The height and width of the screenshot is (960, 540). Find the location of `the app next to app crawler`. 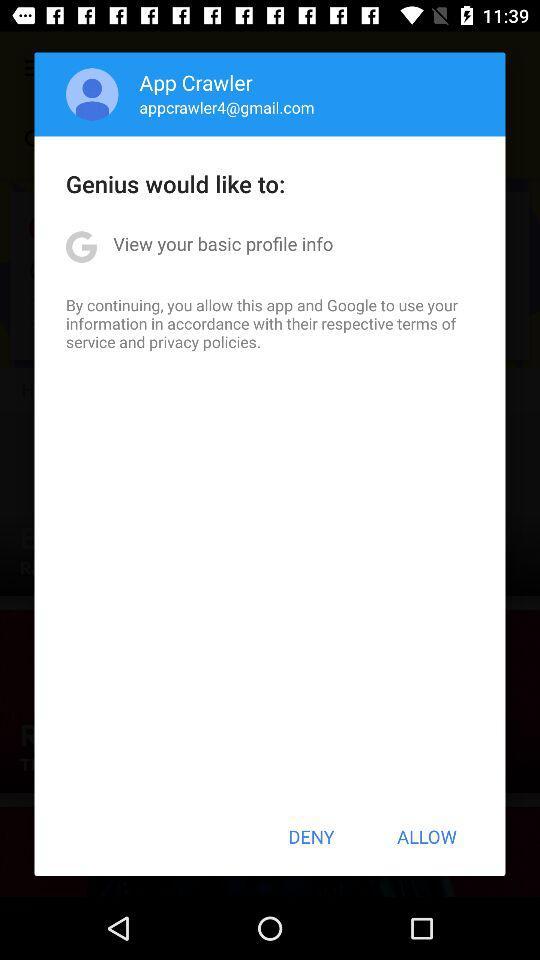

the app next to app crawler is located at coordinates (91, 94).